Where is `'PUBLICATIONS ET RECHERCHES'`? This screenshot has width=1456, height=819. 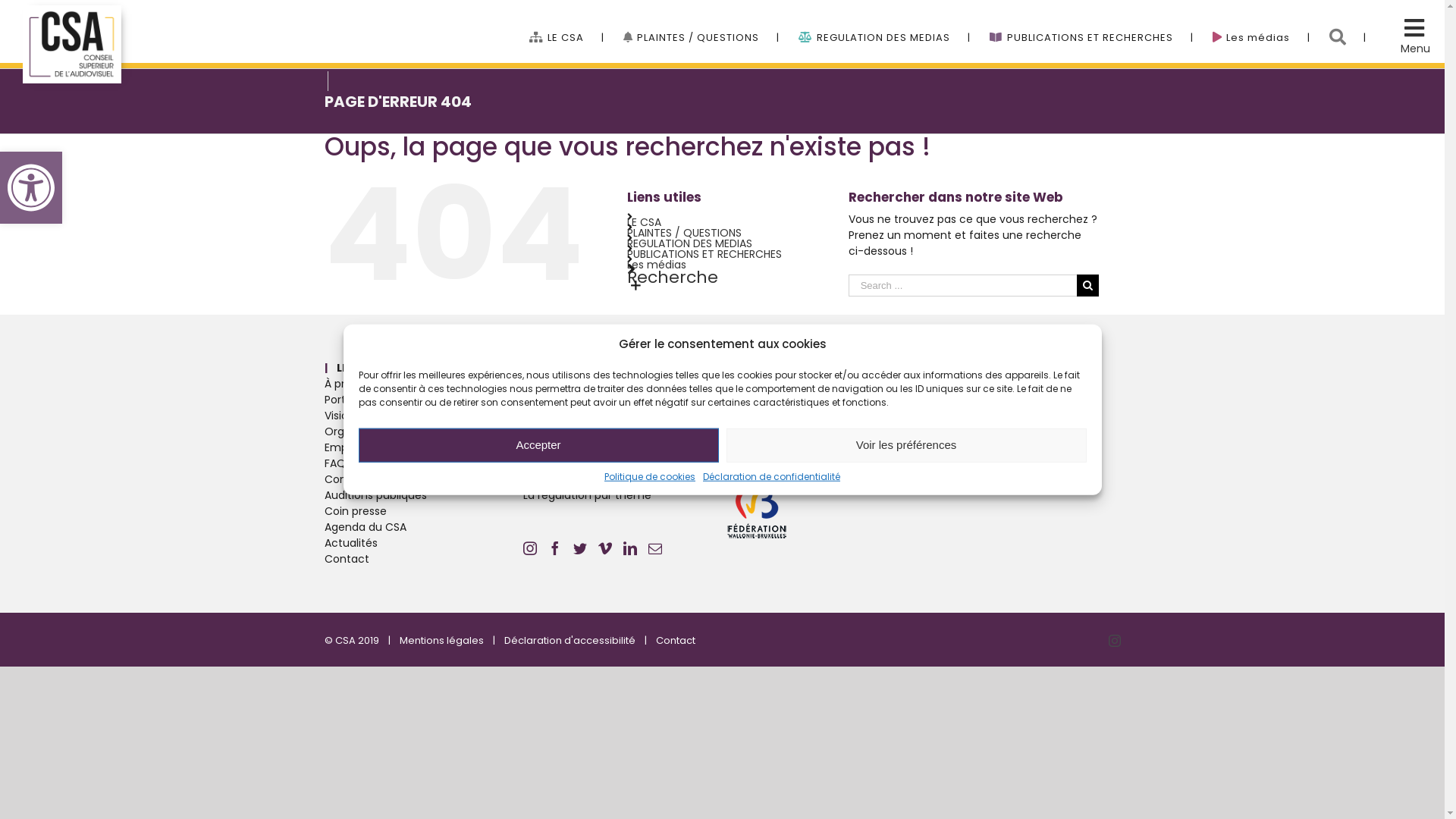 'PUBLICATIONS ET RECHERCHES' is located at coordinates (1090, 22).